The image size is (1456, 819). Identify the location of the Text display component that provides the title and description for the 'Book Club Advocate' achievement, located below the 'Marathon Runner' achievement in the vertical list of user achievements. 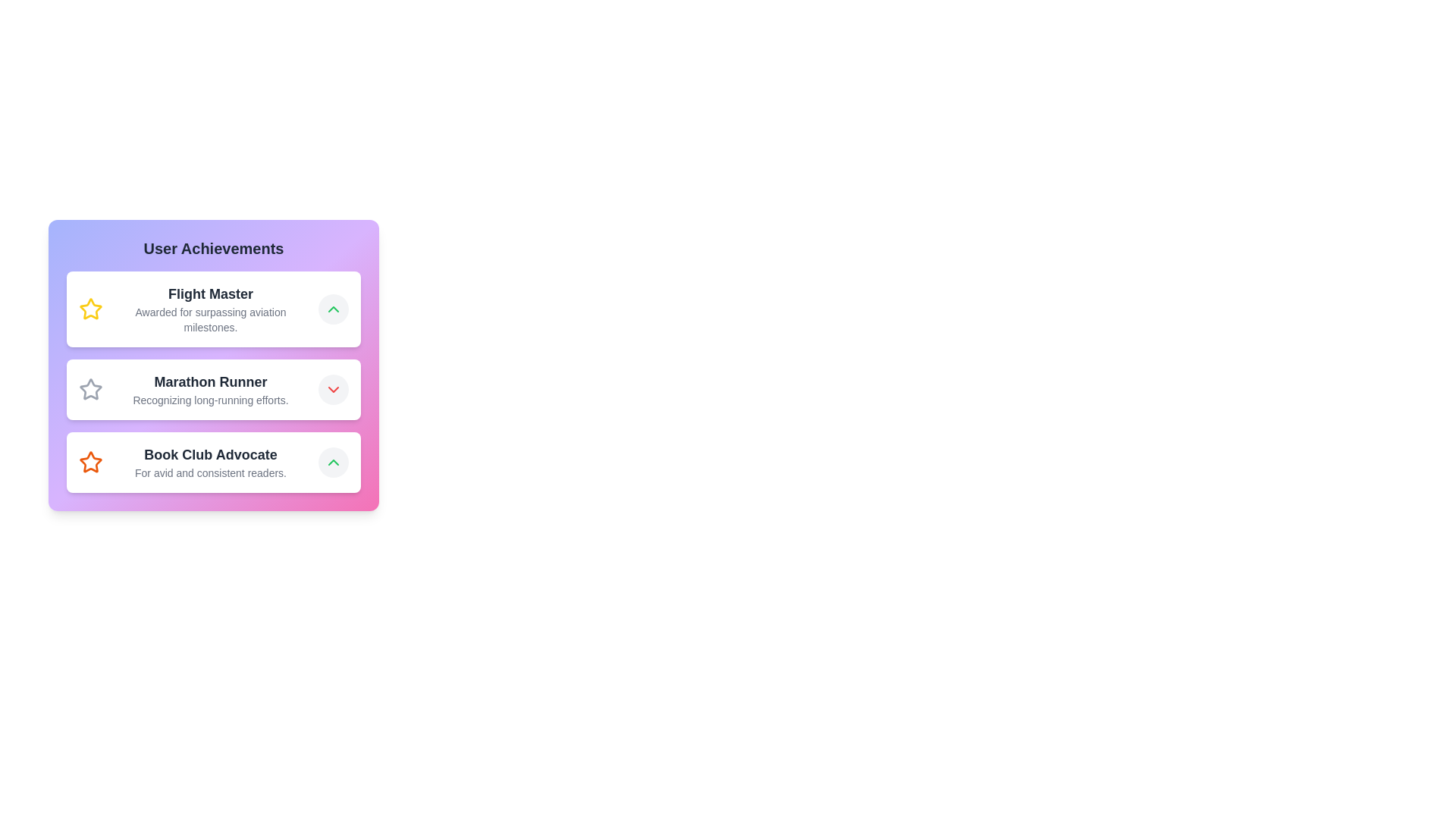
(210, 461).